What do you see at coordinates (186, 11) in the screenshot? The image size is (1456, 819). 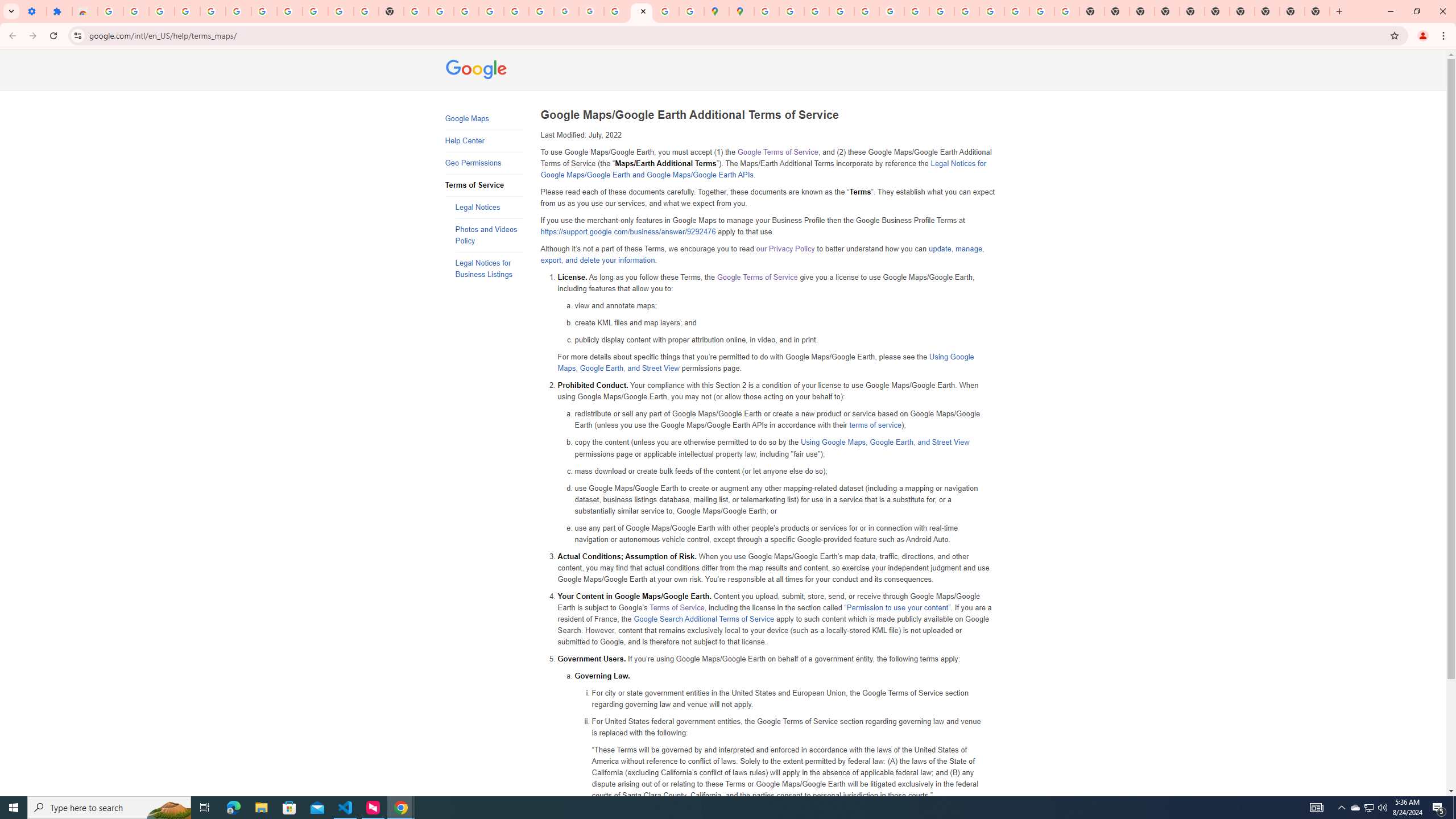 I see `'Delete photos & videos - Computer - Google Photos Help'` at bounding box center [186, 11].